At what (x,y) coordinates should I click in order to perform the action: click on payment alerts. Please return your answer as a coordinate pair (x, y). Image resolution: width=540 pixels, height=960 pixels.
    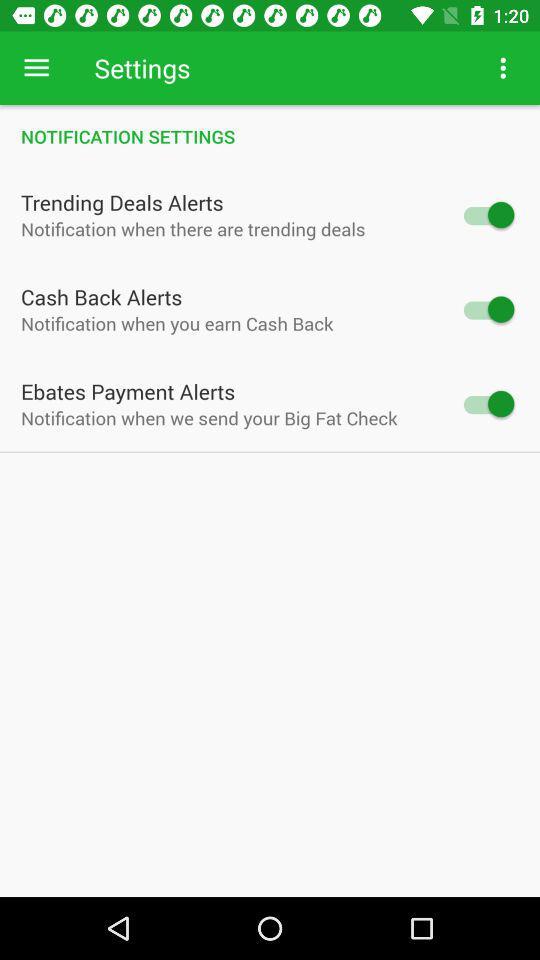
    Looking at the image, I should click on (486, 403).